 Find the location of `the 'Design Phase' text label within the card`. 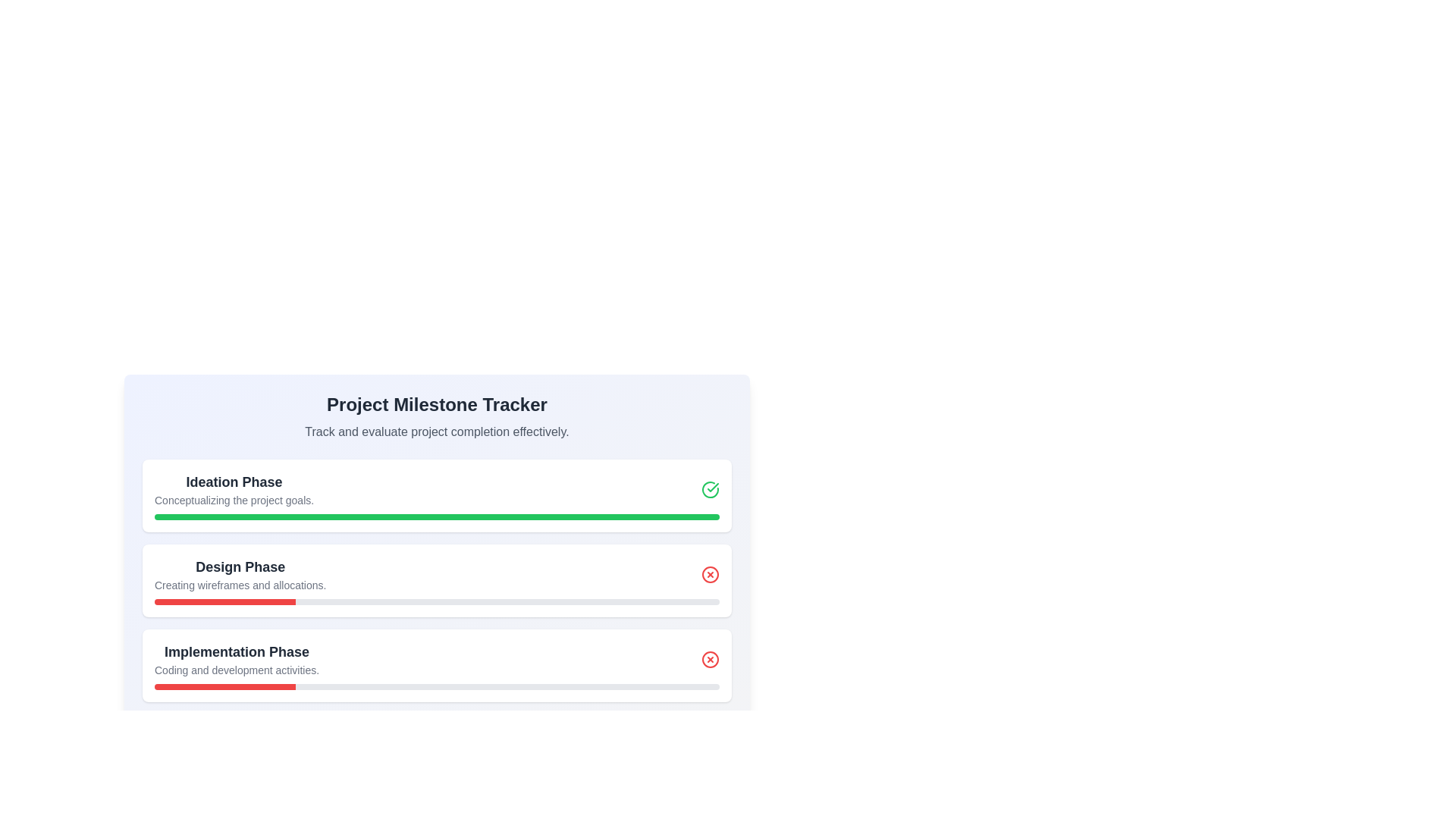

the 'Design Phase' text label within the card is located at coordinates (240, 575).